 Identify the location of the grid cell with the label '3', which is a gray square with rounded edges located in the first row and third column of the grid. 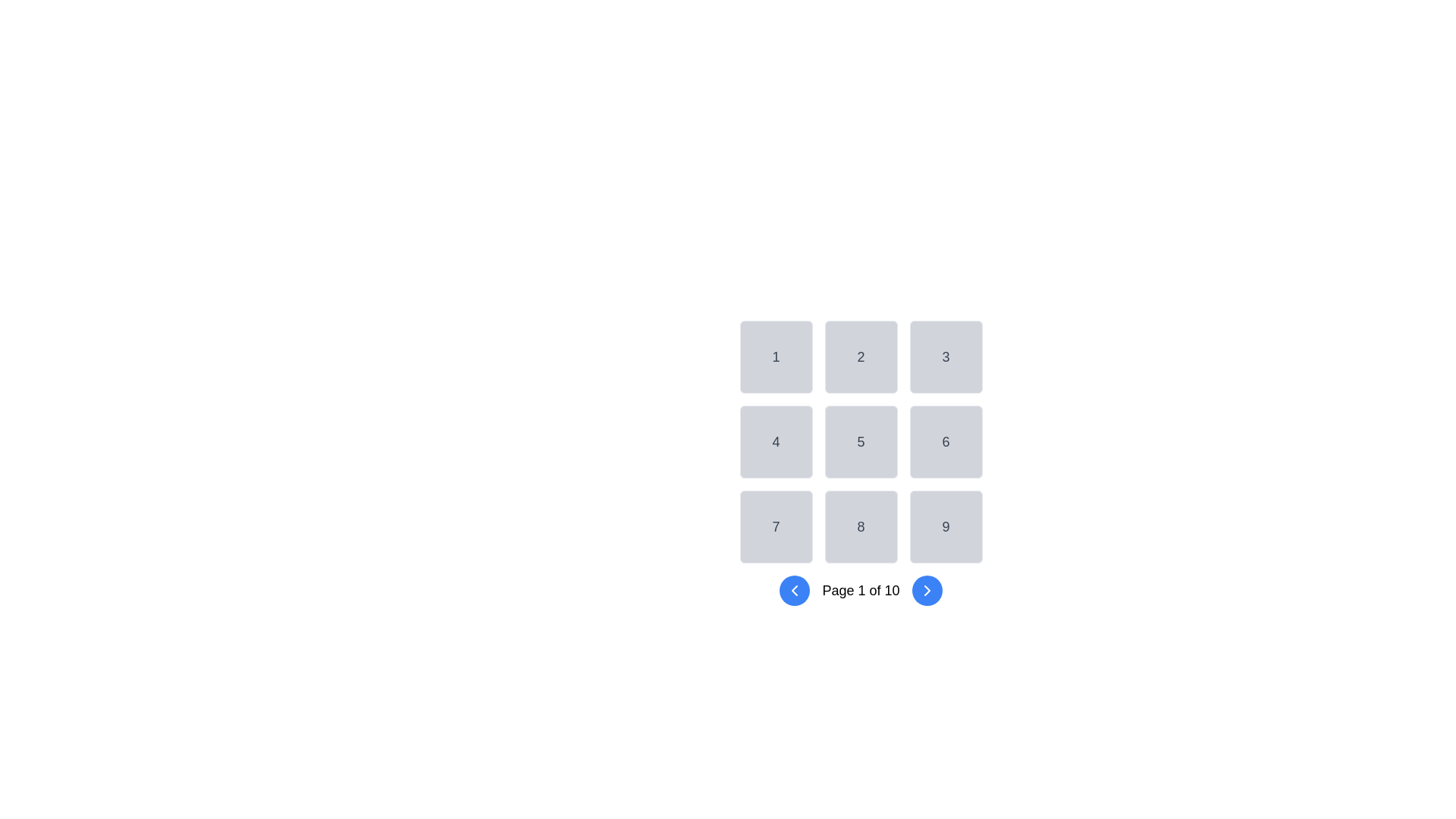
(945, 356).